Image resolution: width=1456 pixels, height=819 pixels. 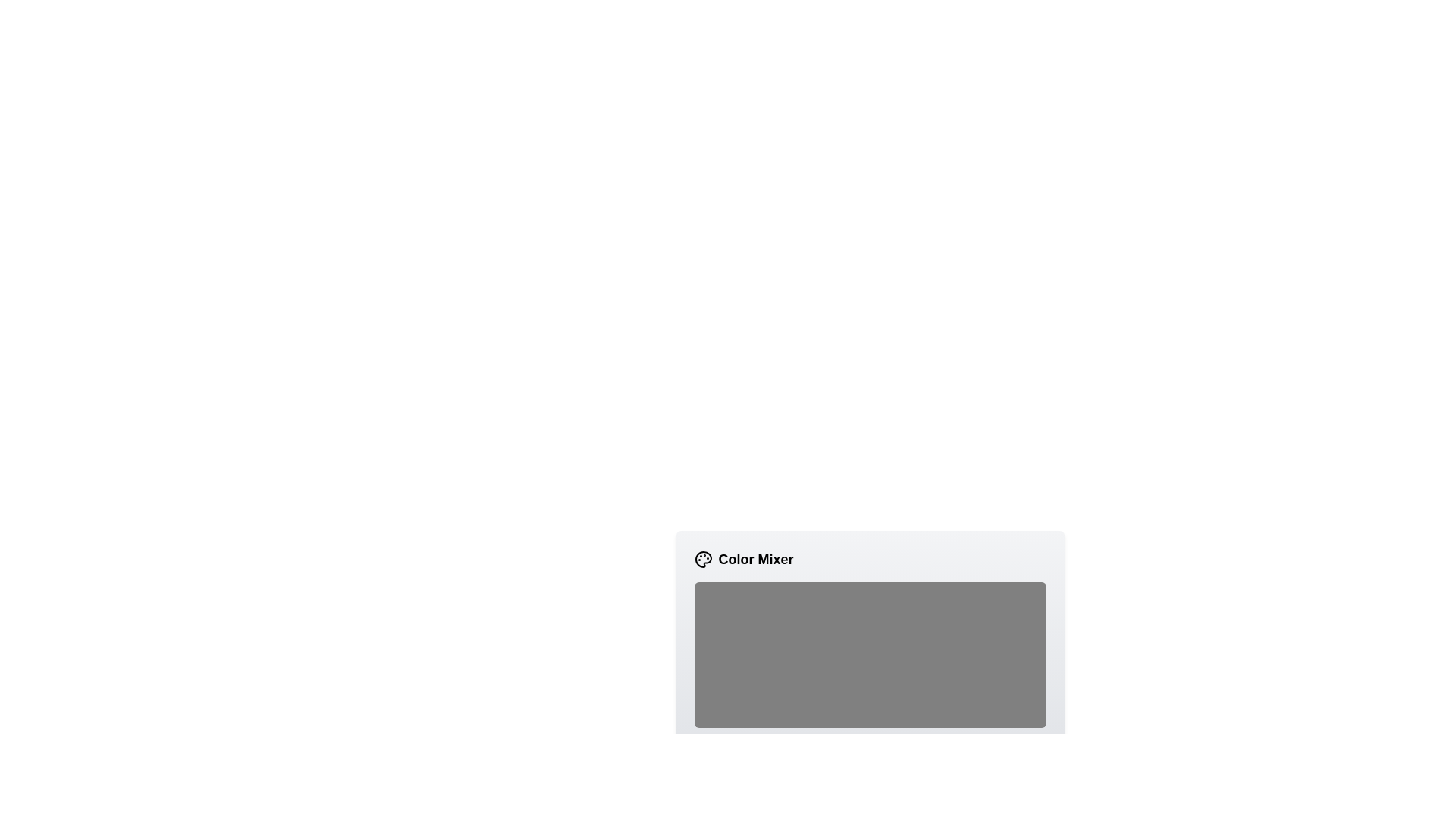 What do you see at coordinates (702, 559) in the screenshot?
I see `the palette icon located to the immediate left of the 'Color Mixer' text in the header section to visually enhance the user's understanding of the feature` at bounding box center [702, 559].